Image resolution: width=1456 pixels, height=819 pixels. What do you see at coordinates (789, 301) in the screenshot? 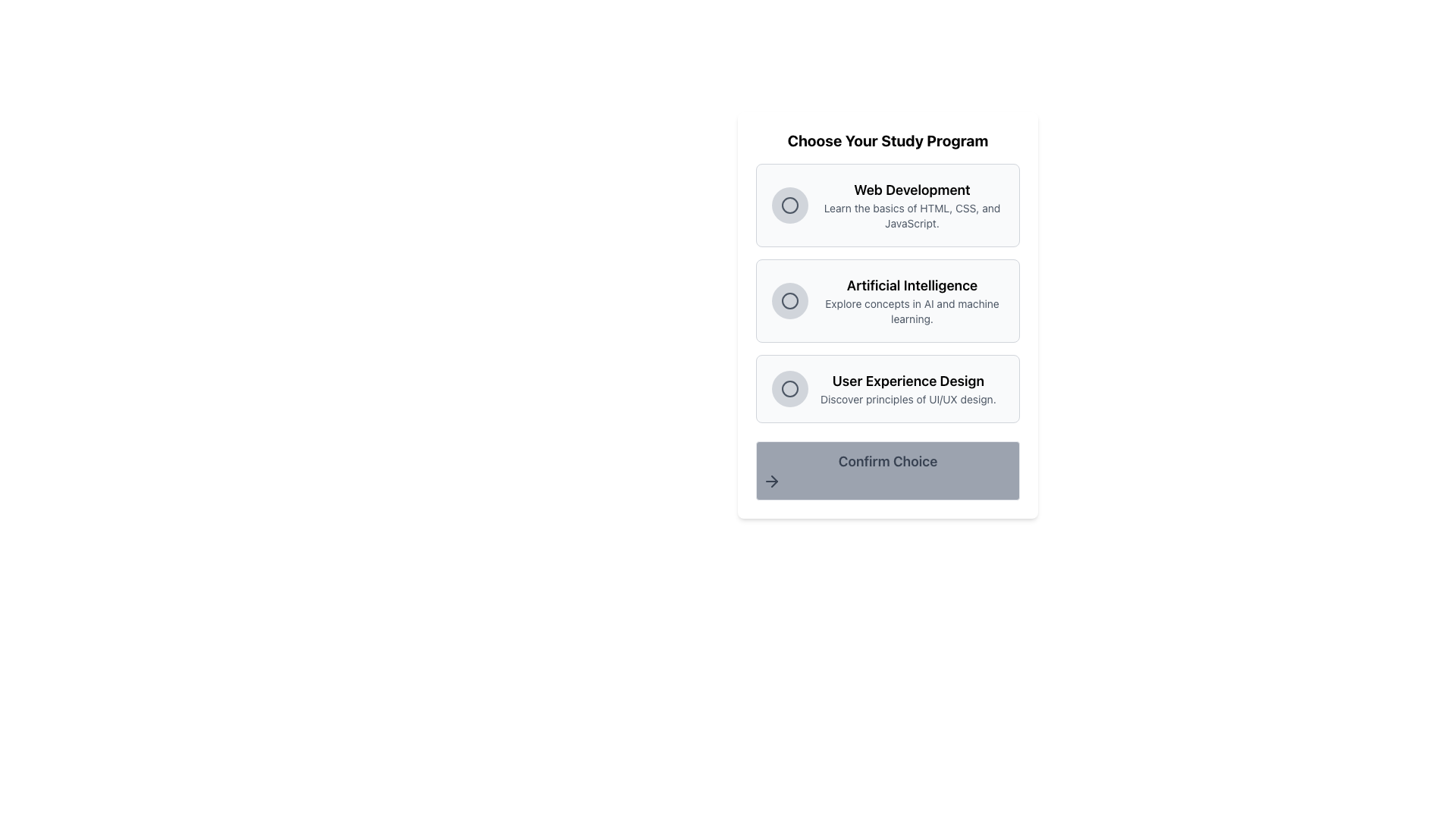
I see `the radio button` at bounding box center [789, 301].